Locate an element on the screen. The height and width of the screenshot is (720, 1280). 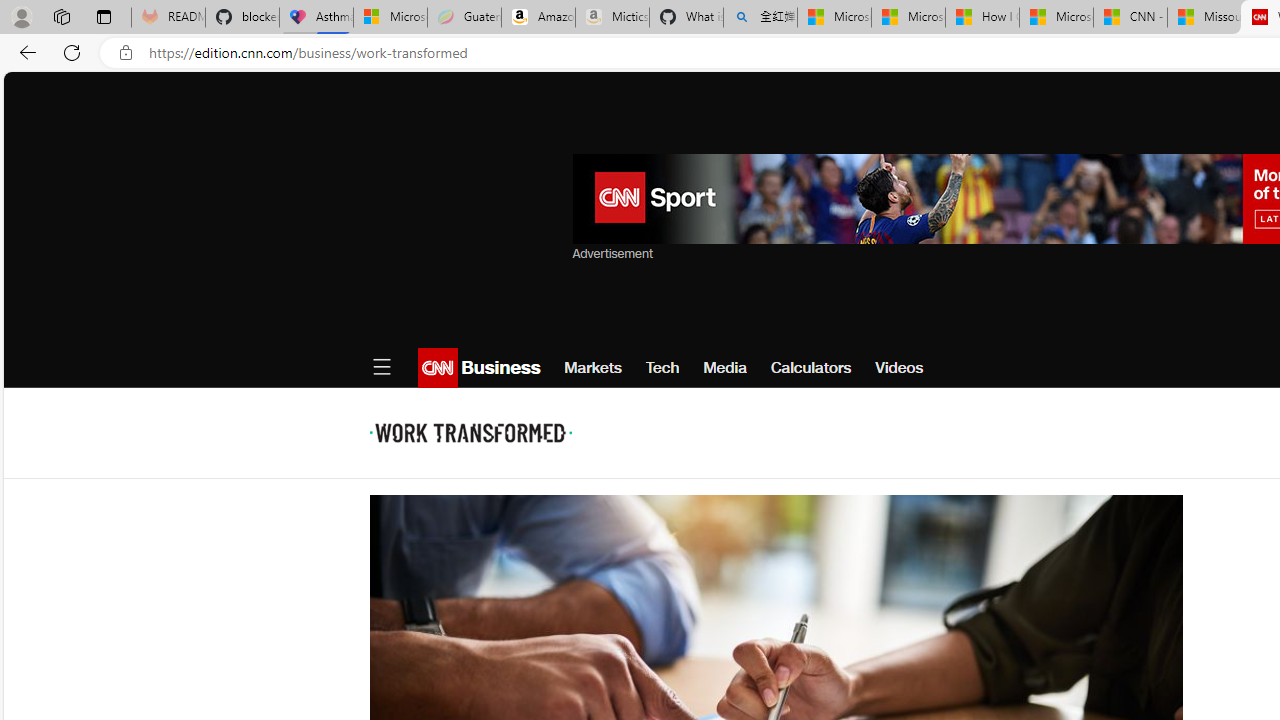
'Markets' is located at coordinates (592, 367).